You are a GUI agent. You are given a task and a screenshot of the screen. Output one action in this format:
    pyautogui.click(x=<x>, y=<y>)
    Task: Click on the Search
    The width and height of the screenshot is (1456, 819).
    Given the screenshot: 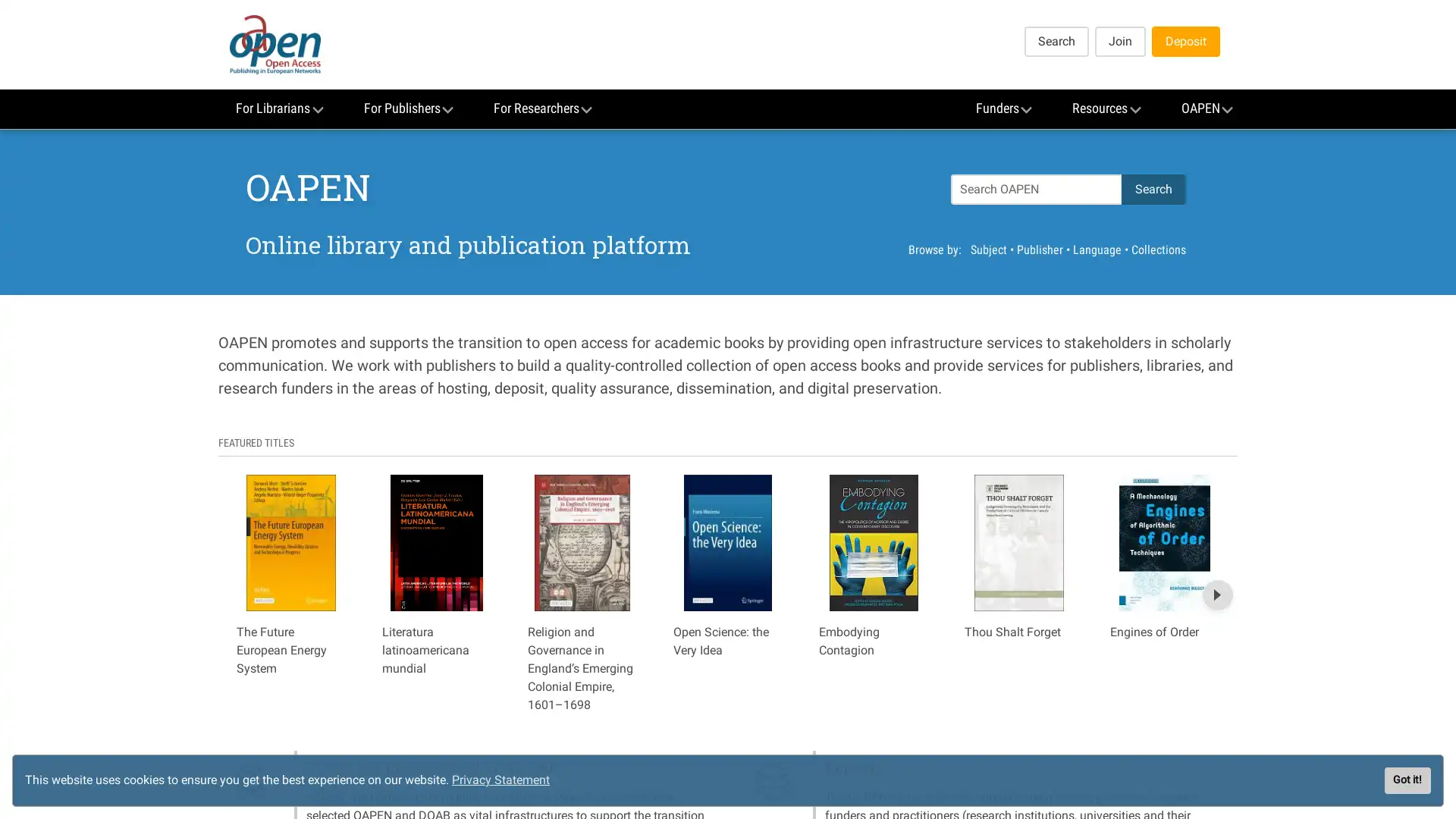 What is the action you would take?
    pyautogui.click(x=1153, y=188)
    